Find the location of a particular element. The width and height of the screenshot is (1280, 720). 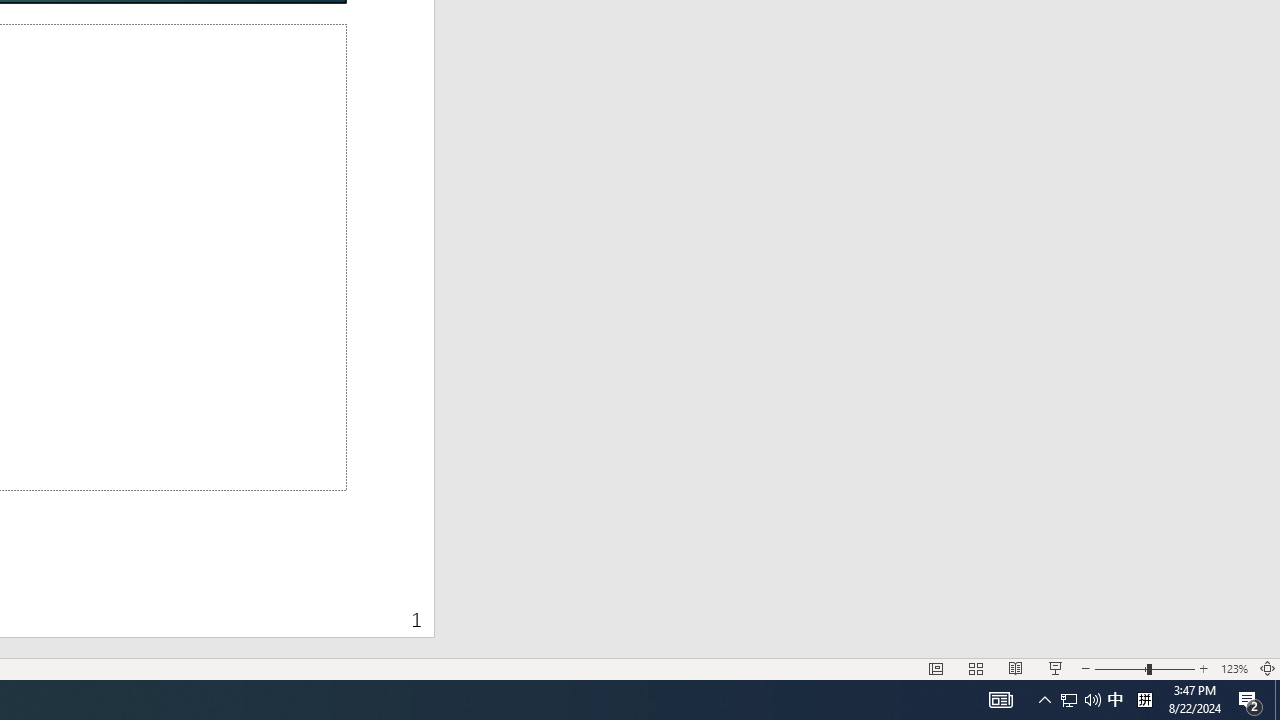

'Zoom In' is located at coordinates (1203, 669).